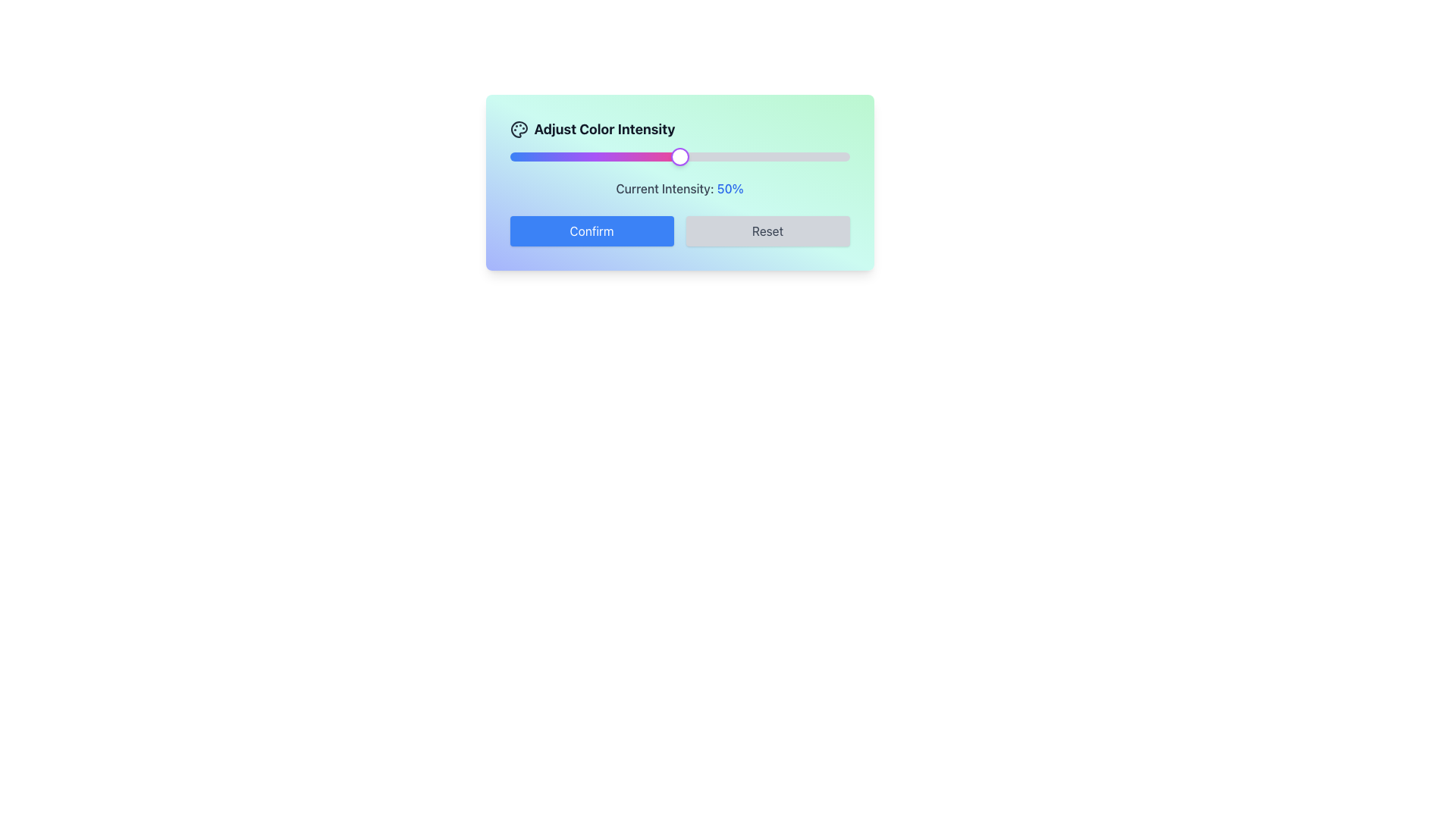 The width and height of the screenshot is (1456, 819). What do you see at coordinates (519, 128) in the screenshot?
I see `the color adjustment icon located to the left of the 'Adjust Color Intensity' label at the top of the dialog box` at bounding box center [519, 128].